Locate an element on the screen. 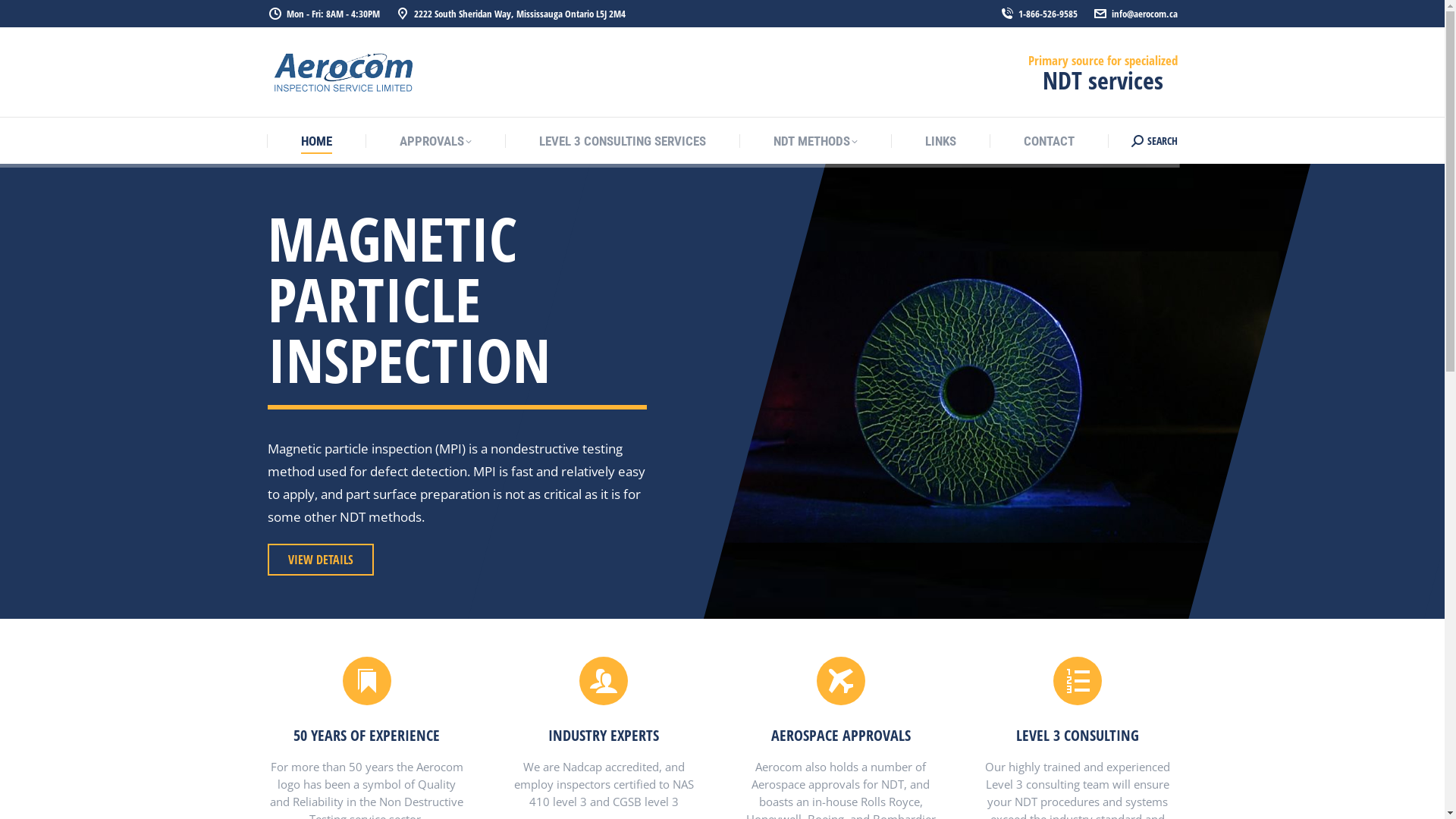 The width and height of the screenshot is (1456, 819). 'CONTACT' is located at coordinates (1048, 141).